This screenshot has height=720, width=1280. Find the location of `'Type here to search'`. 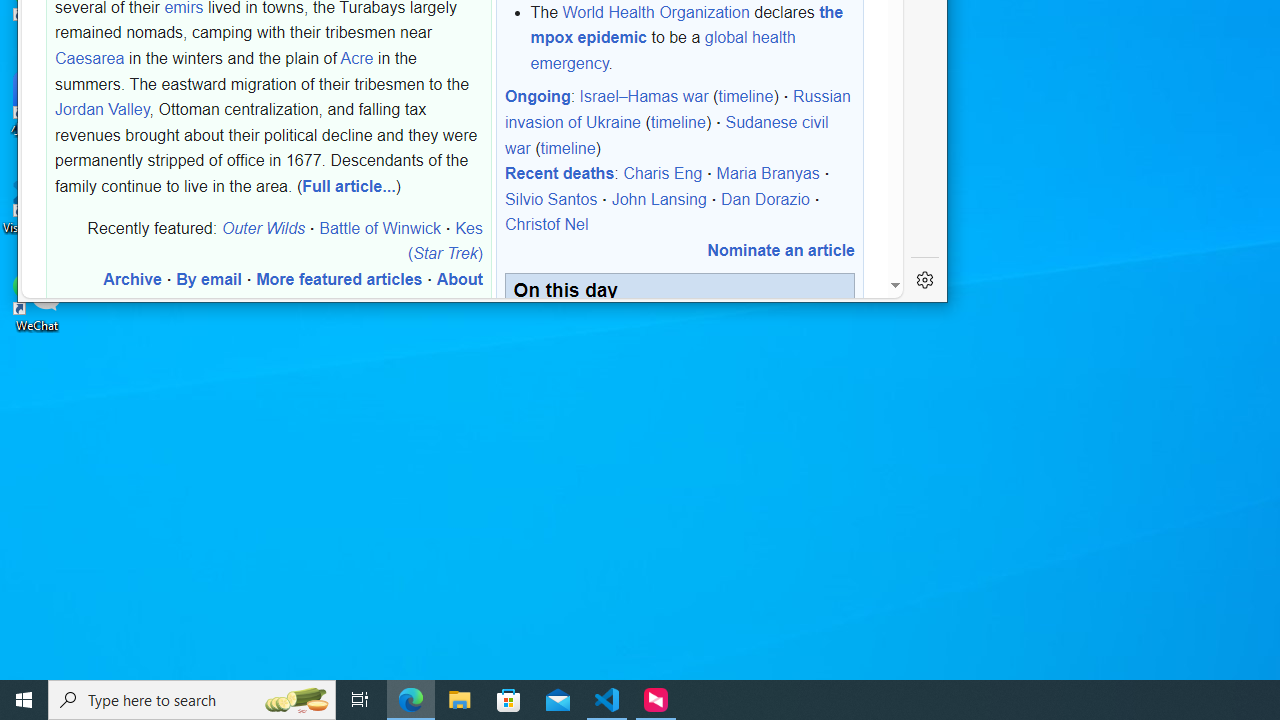

'Type here to search' is located at coordinates (192, 698).